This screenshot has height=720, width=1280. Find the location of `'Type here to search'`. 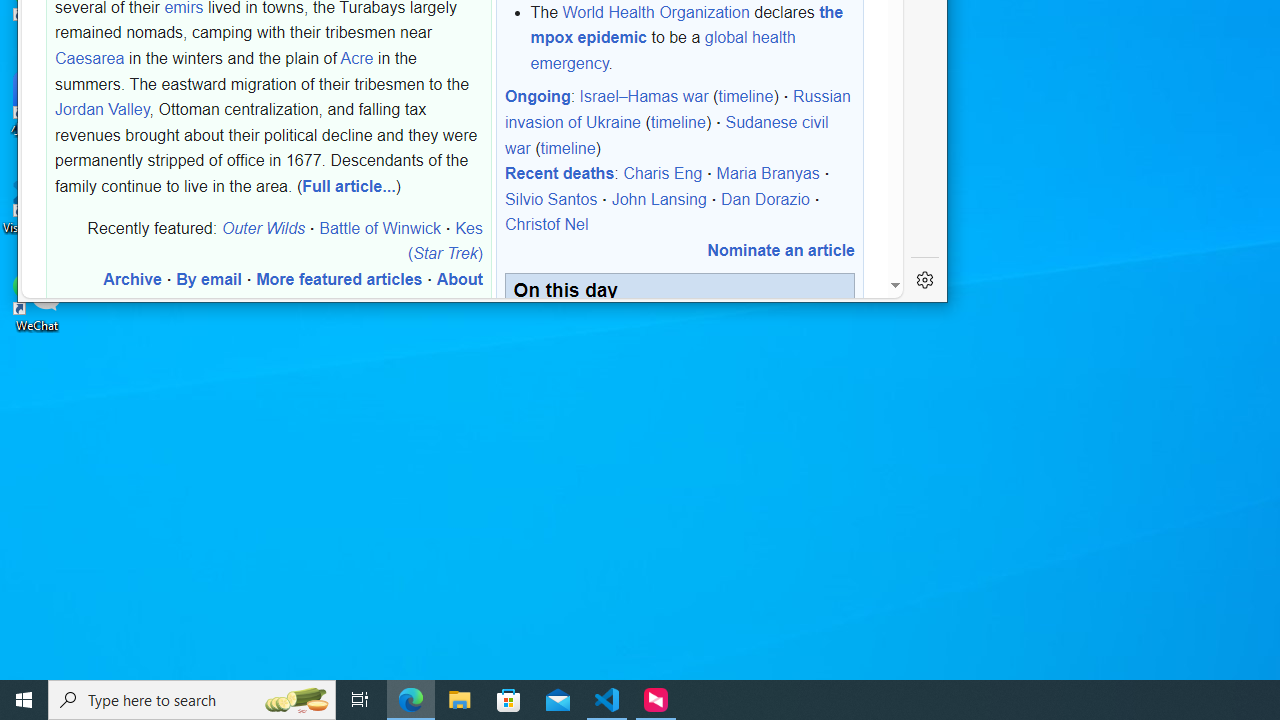

'Type here to search' is located at coordinates (192, 698).